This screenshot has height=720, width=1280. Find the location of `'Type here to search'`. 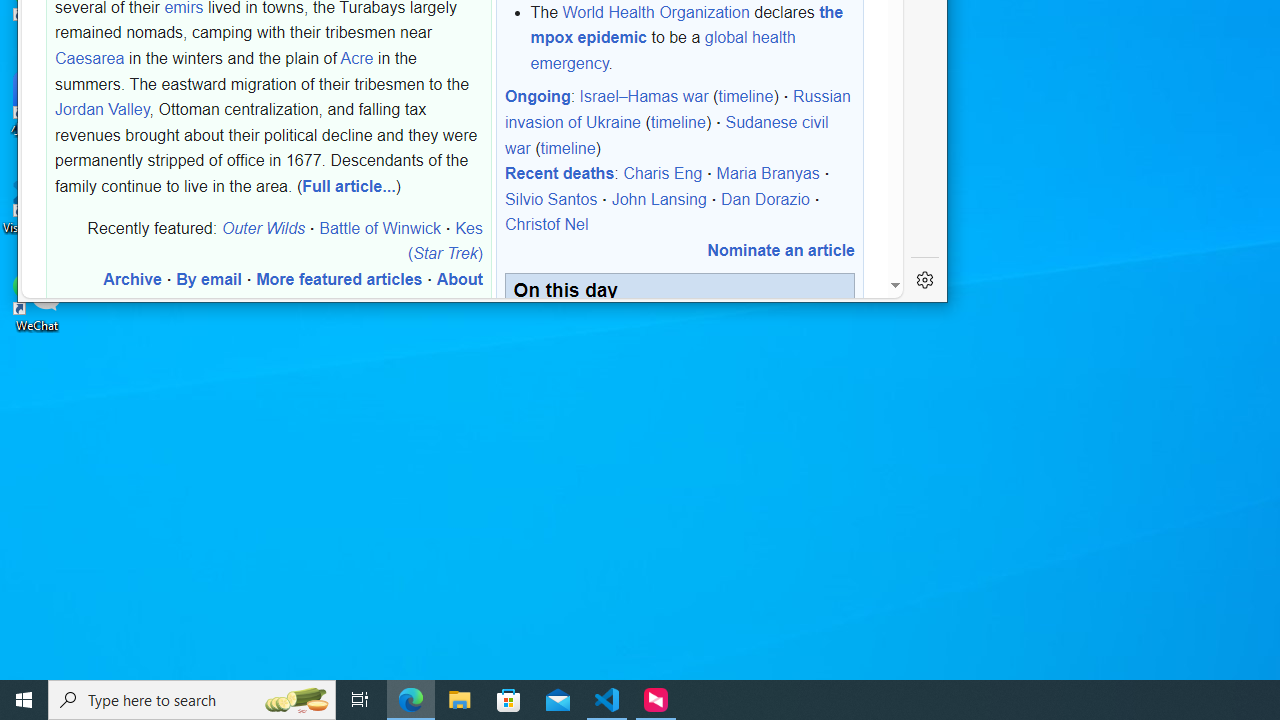

'Type here to search' is located at coordinates (192, 698).